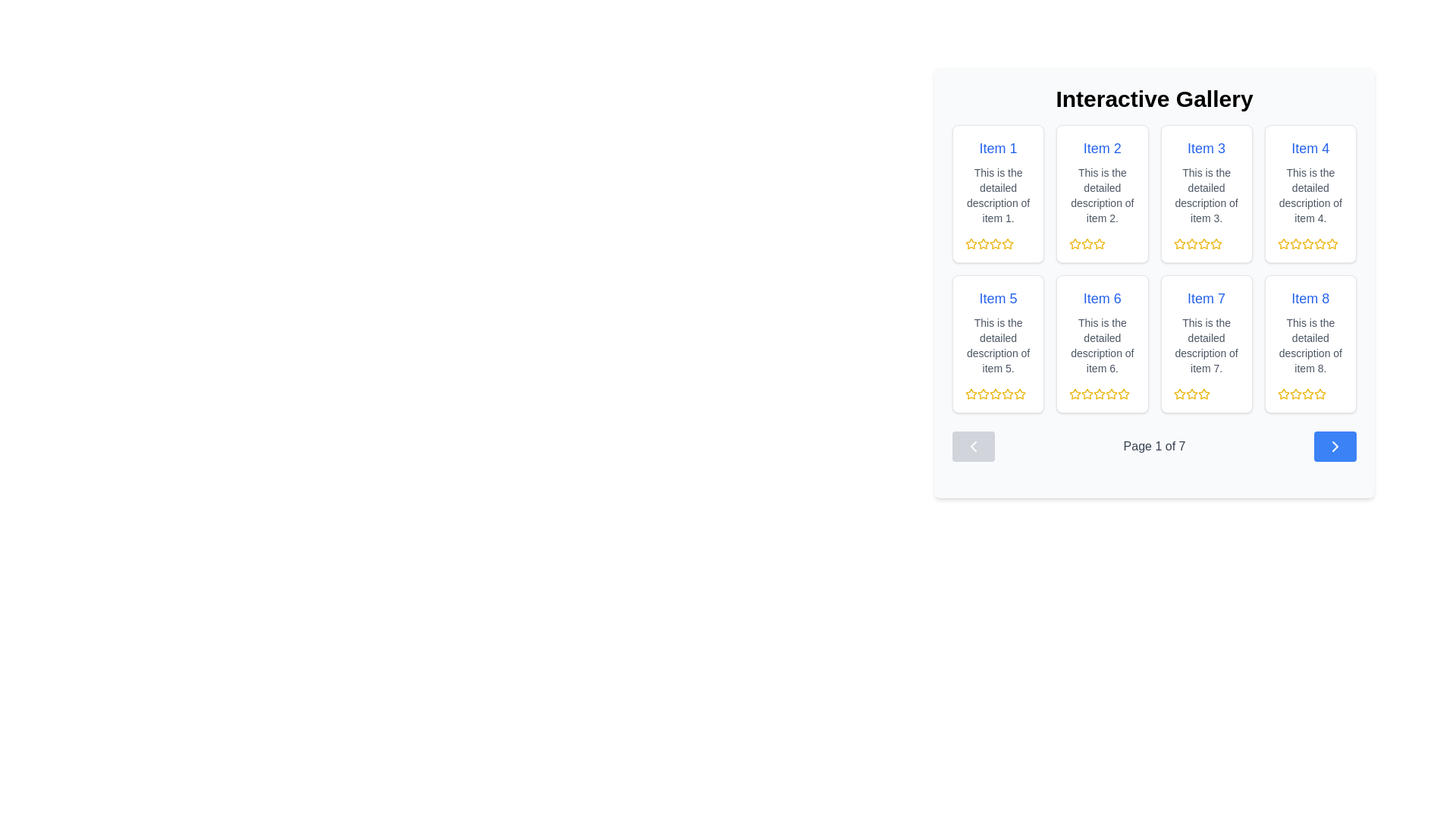 Image resolution: width=1456 pixels, height=819 pixels. I want to click on the highlighted third star in the Rating stars interface located at the bottom of the 'Item 7' card to set the rating, so click(1206, 394).